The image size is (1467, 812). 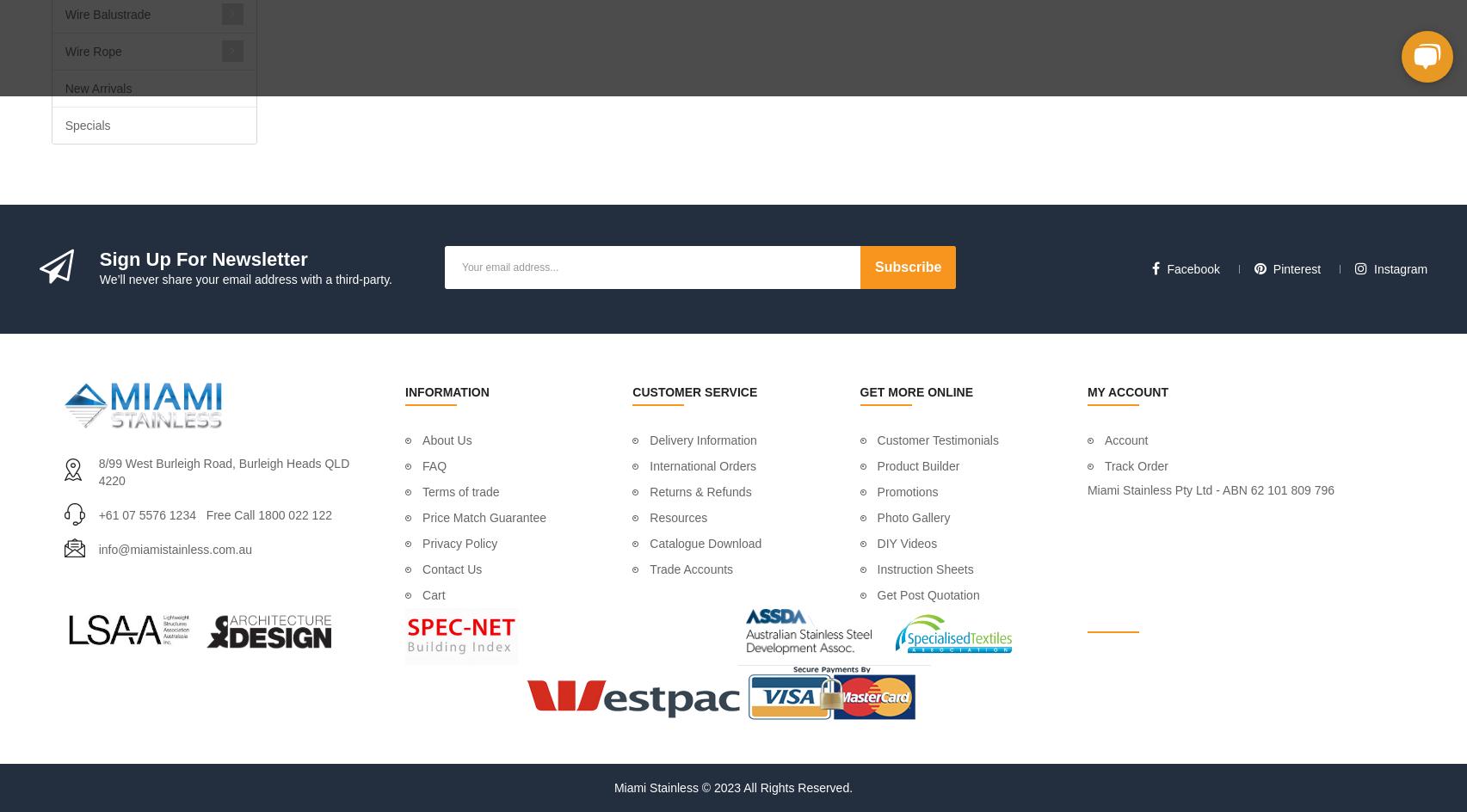 What do you see at coordinates (703, 465) in the screenshot?
I see `'International Orders'` at bounding box center [703, 465].